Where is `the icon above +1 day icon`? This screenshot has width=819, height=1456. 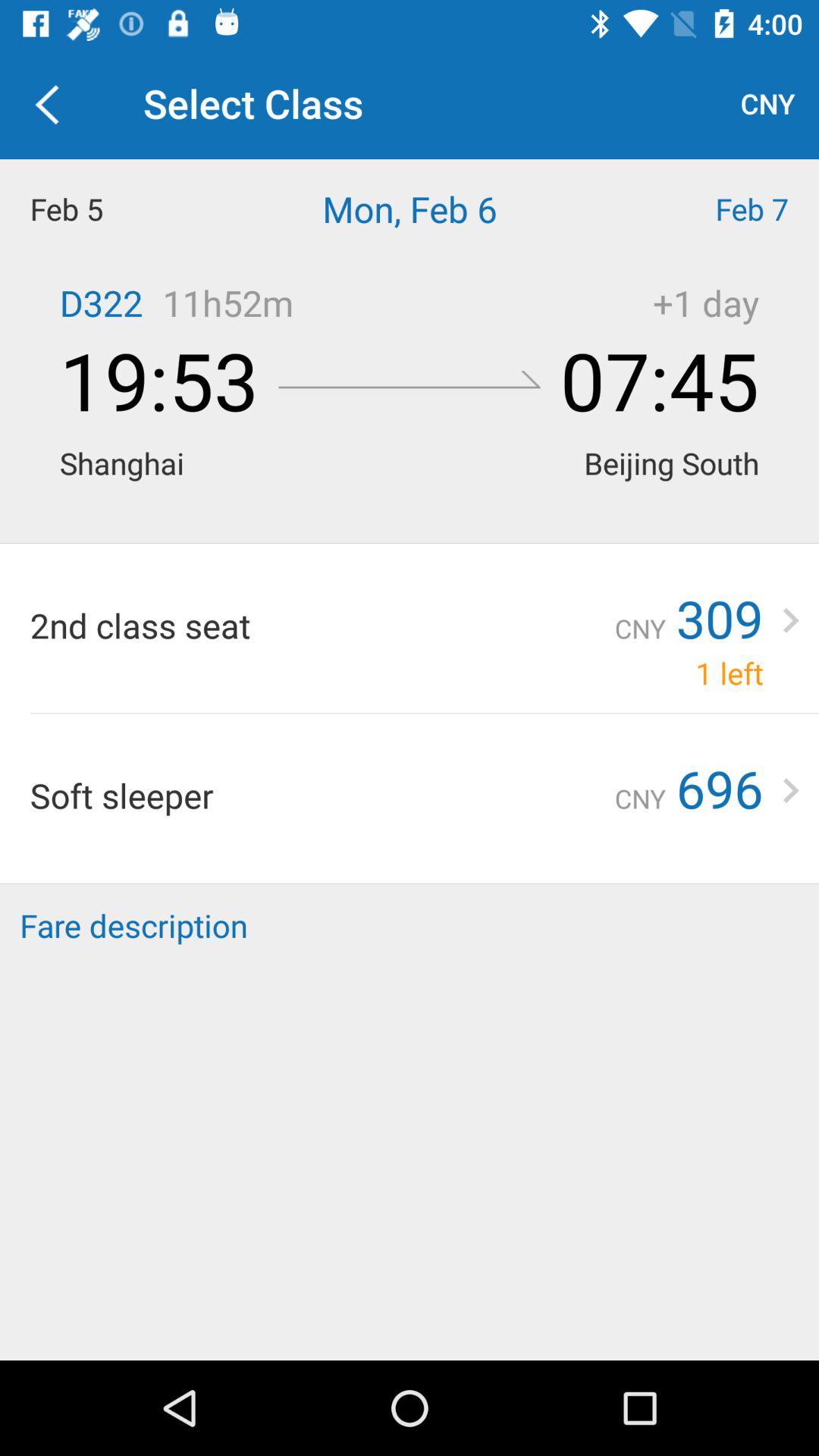
the icon above +1 day icon is located at coordinates (717, 208).